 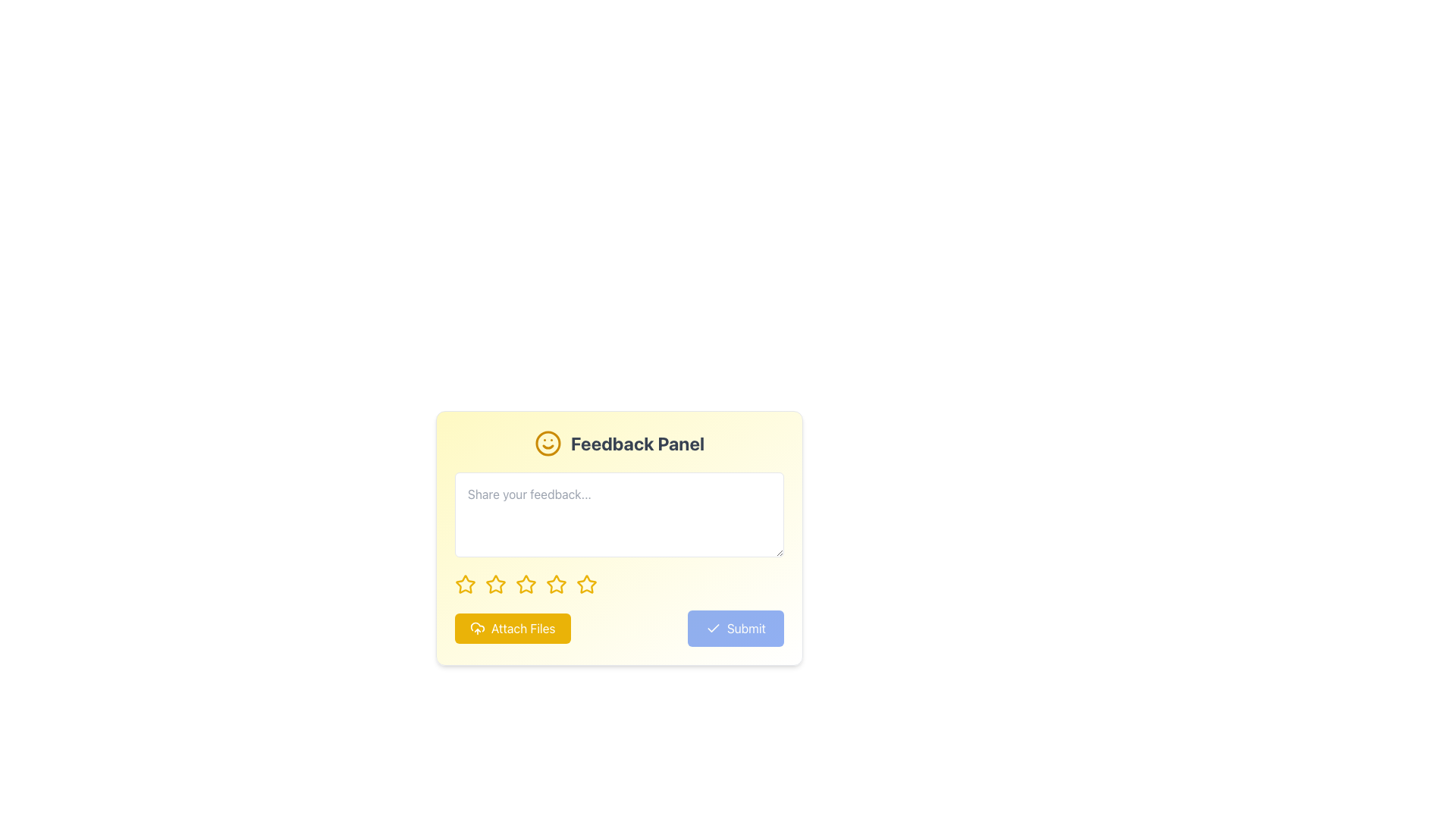 I want to click on the third rating star icon, so click(x=526, y=584).